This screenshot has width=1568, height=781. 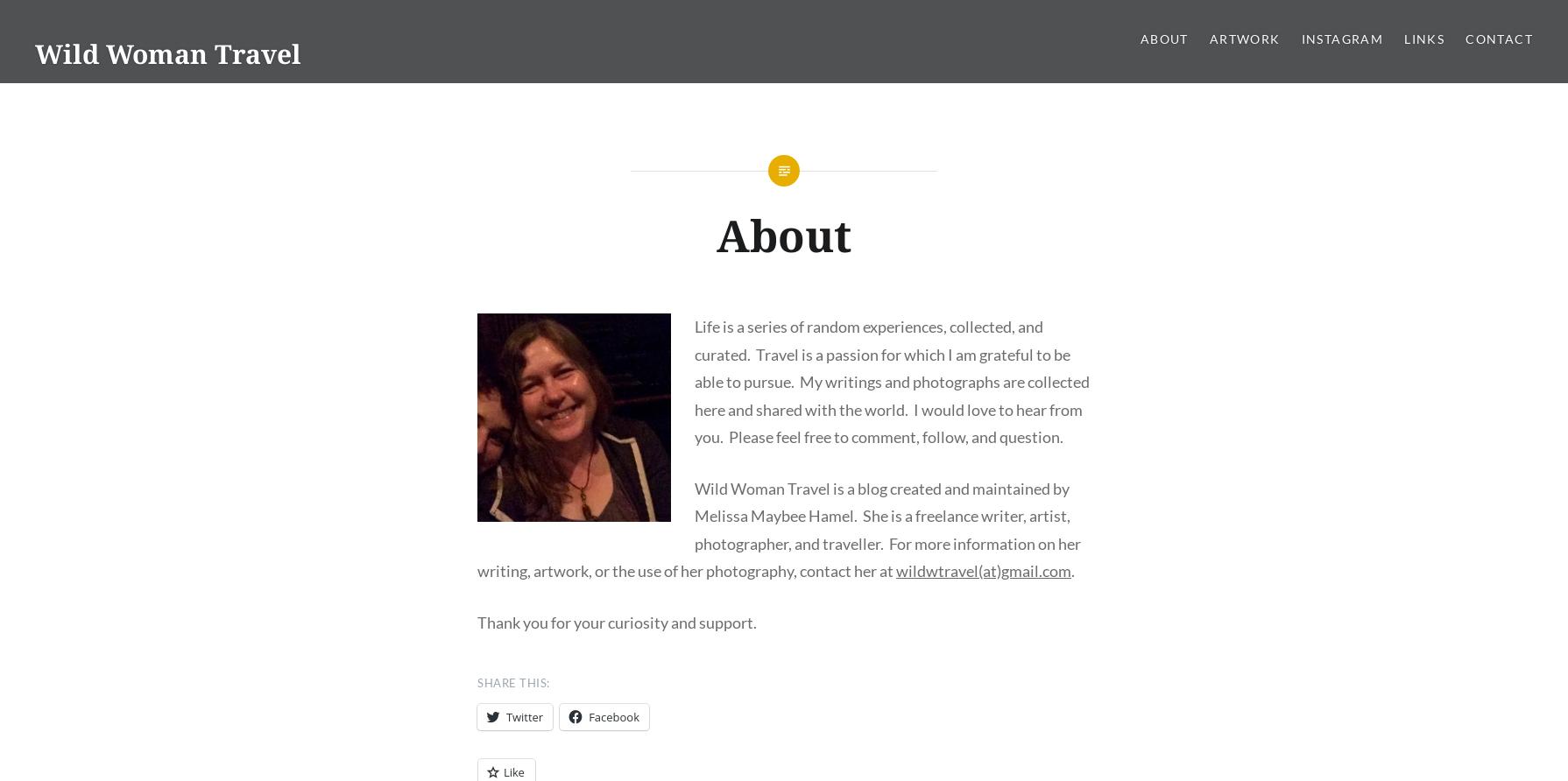 I want to click on 'Artwork', so click(x=1207, y=39).